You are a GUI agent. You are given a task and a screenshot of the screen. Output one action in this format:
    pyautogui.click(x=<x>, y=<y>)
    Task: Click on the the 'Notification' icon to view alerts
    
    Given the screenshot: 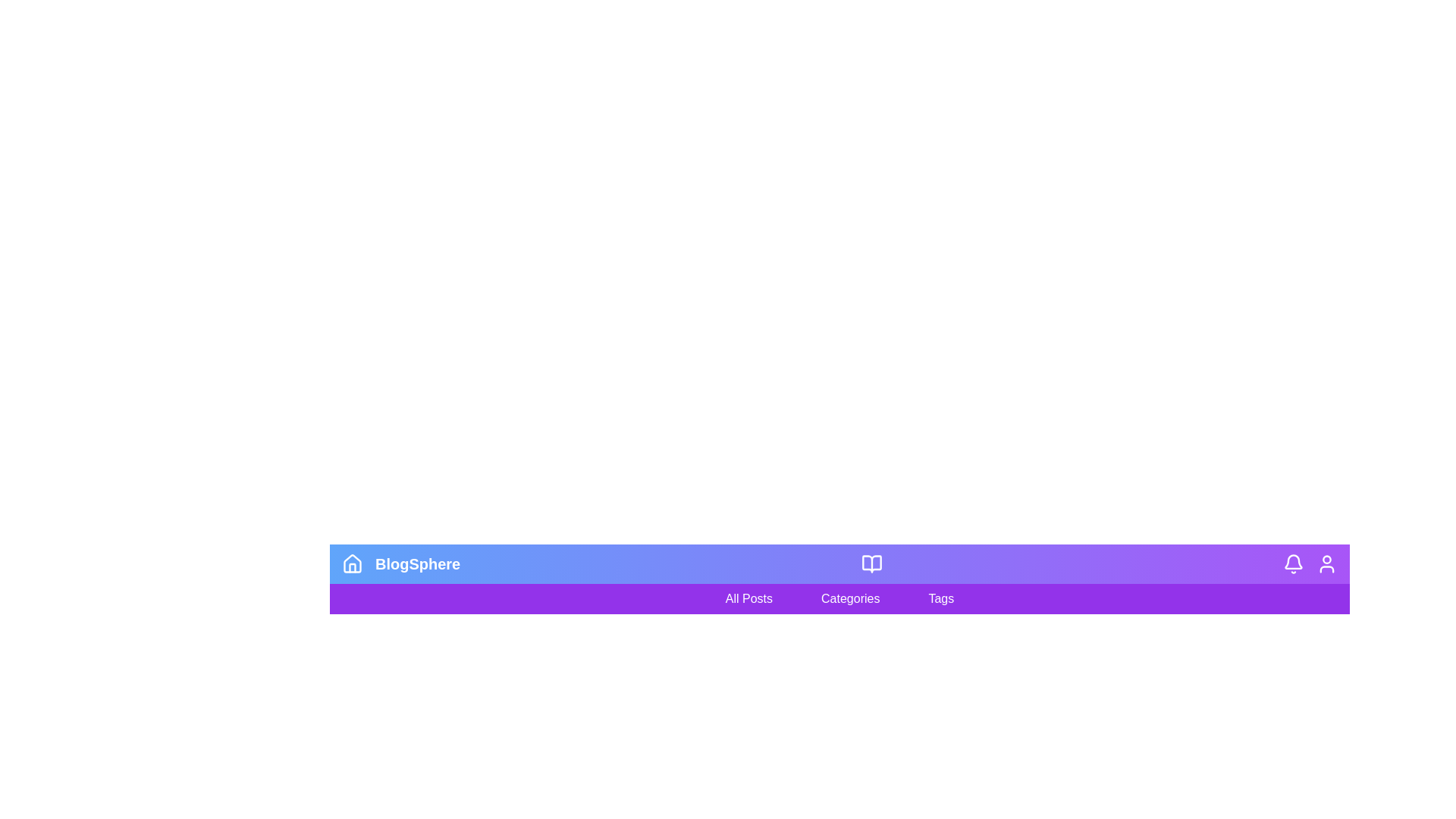 What is the action you would take?
    pyautogui.click(x=1292, y=564)
    